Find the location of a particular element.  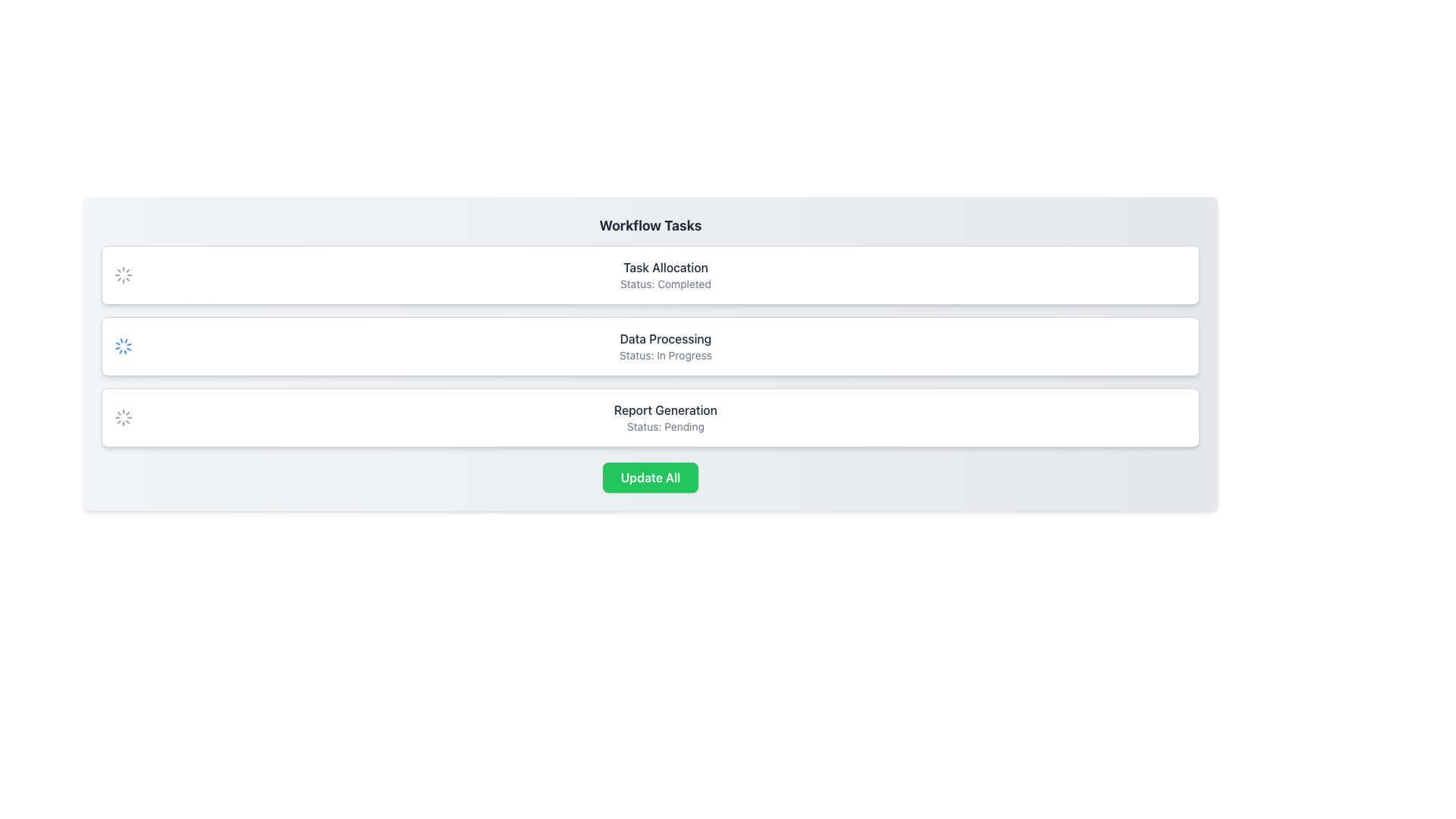

the first card under the 'Workflow Tasks' header, which displays 'Task Allocation' in a larger dark font and 'Status: Completed' in smaller light text is located at coordinates (651, 275).